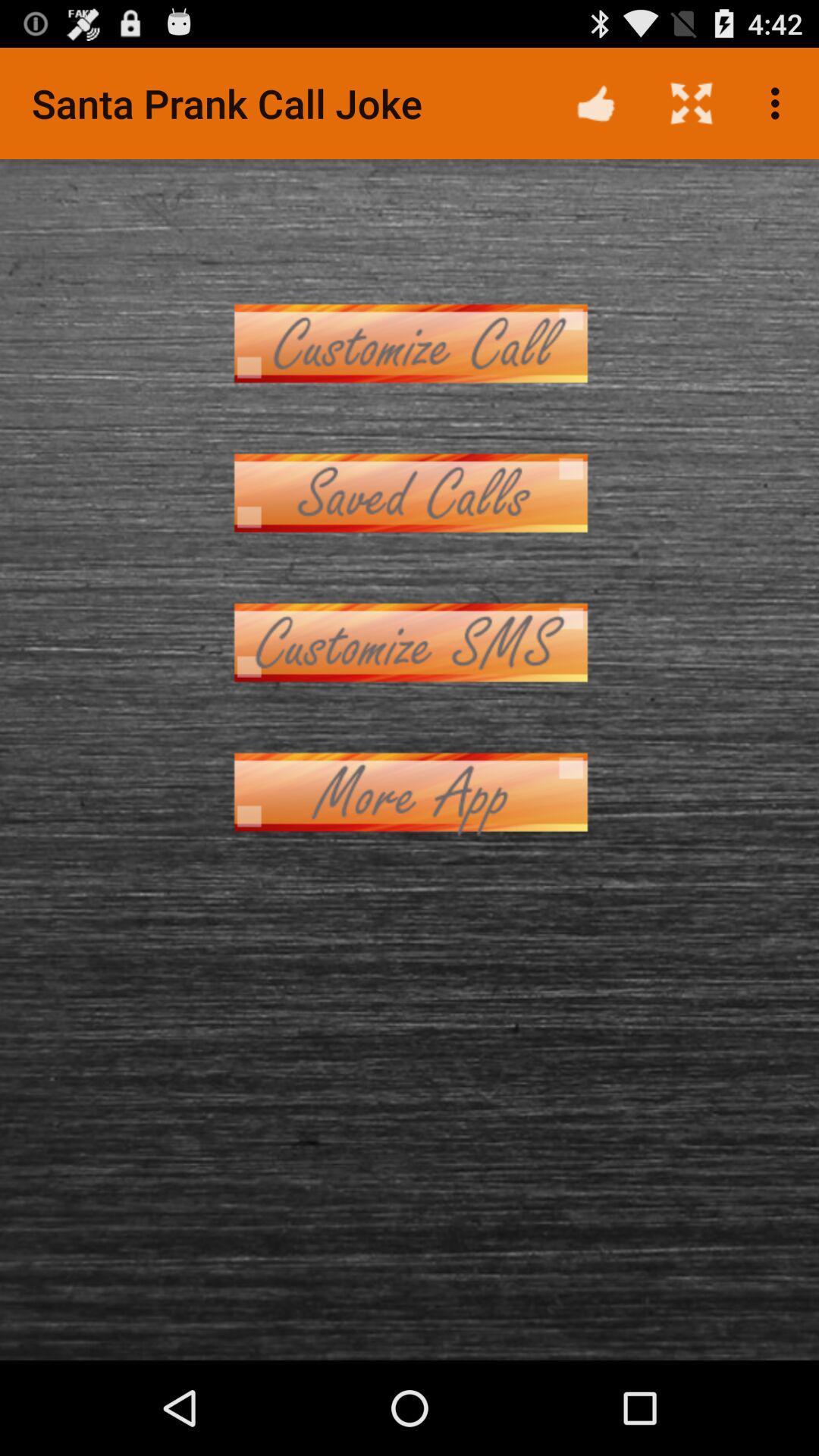  I want to click on customize call, so click(409, 342).